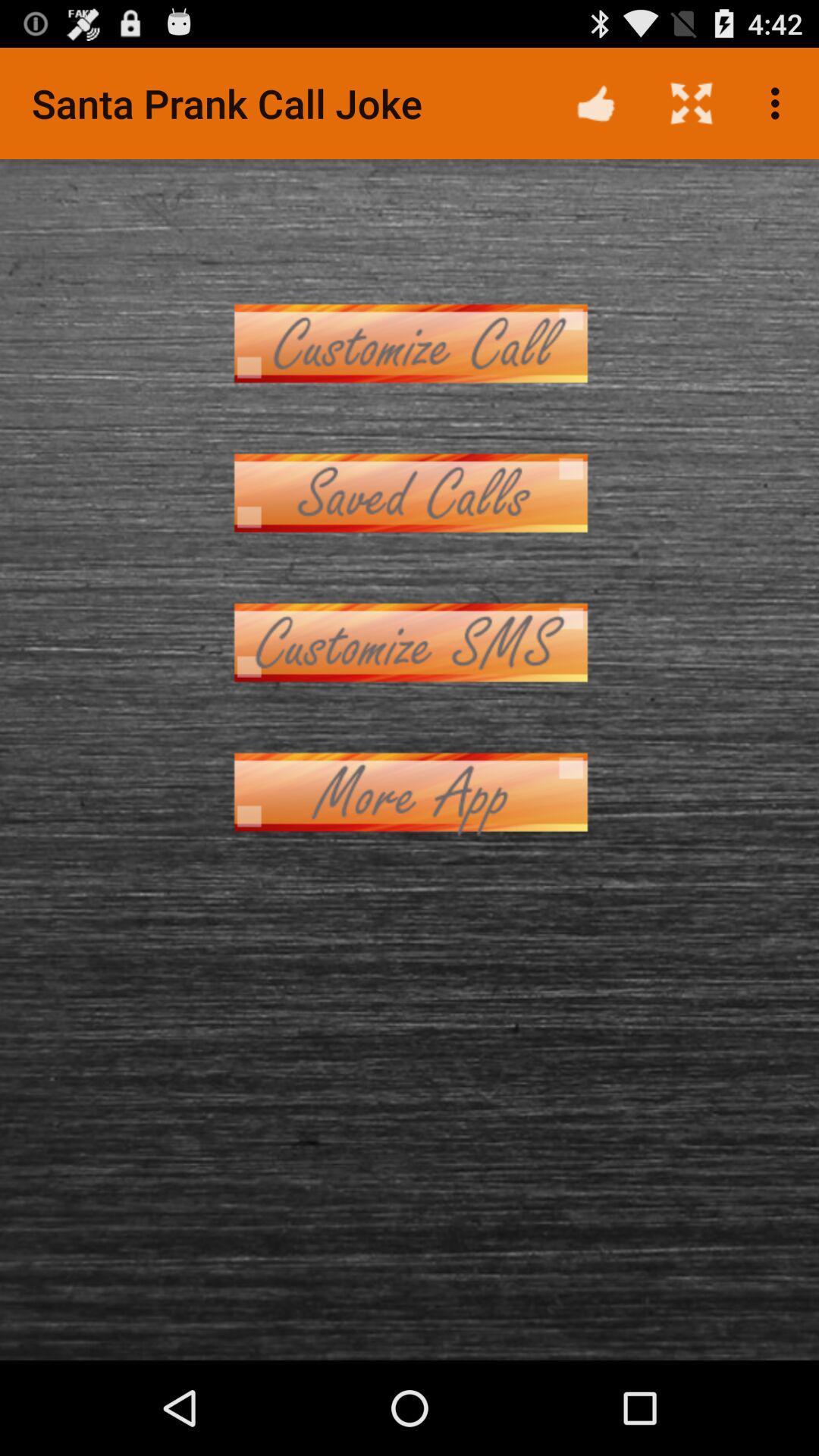  I want to click on customize call, so click(409, 342).